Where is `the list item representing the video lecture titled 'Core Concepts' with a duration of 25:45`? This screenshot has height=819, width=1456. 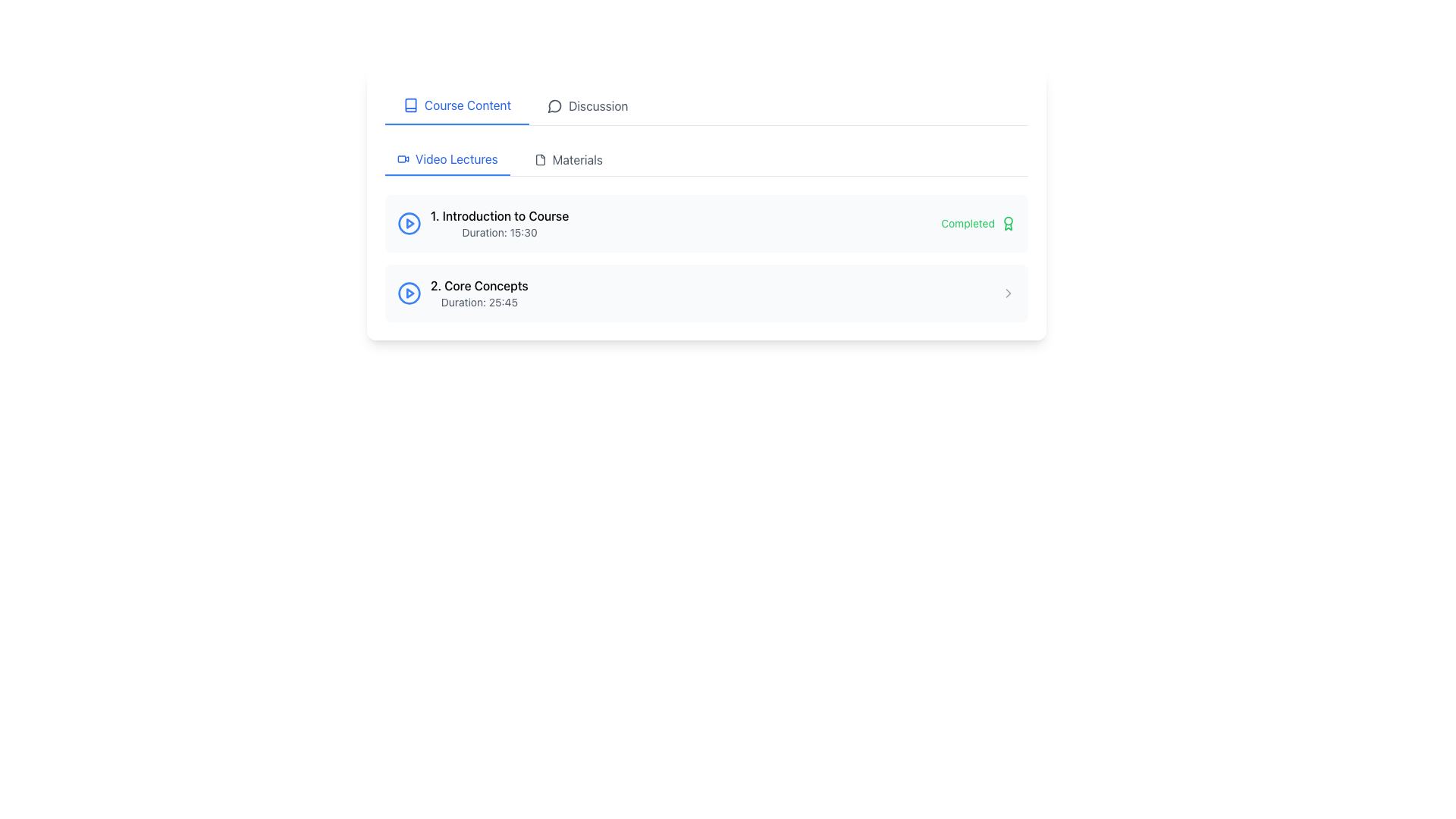 the list item representing the video lecture titled 'Core Concepts' with a duration of 25:45 is located at coordinates (705, 293).